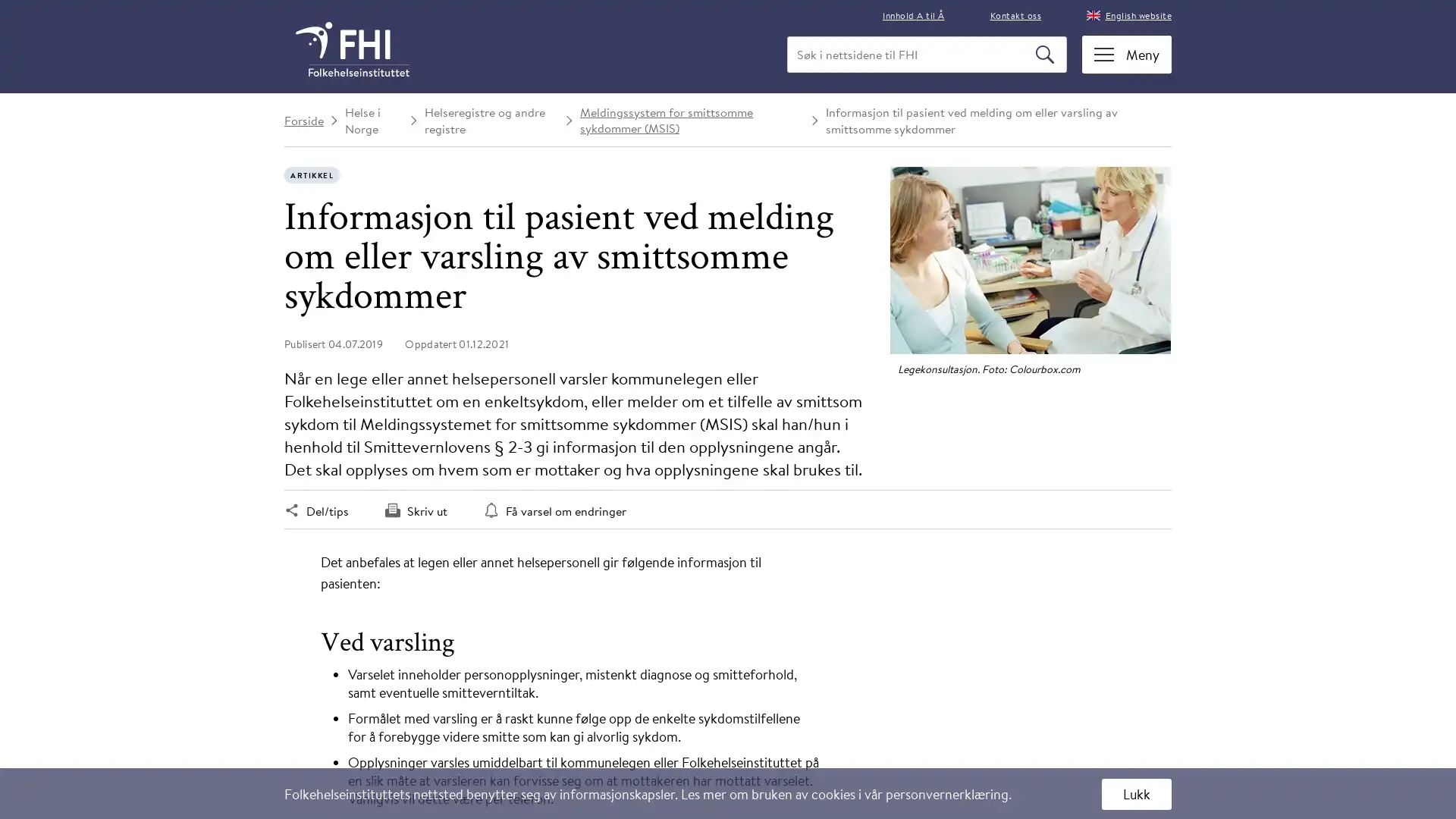 The image size is (1456, 819). Describe the element at coordinates (554, 511) in the screenshot. I see `Fa varsel om endringer` at that location.